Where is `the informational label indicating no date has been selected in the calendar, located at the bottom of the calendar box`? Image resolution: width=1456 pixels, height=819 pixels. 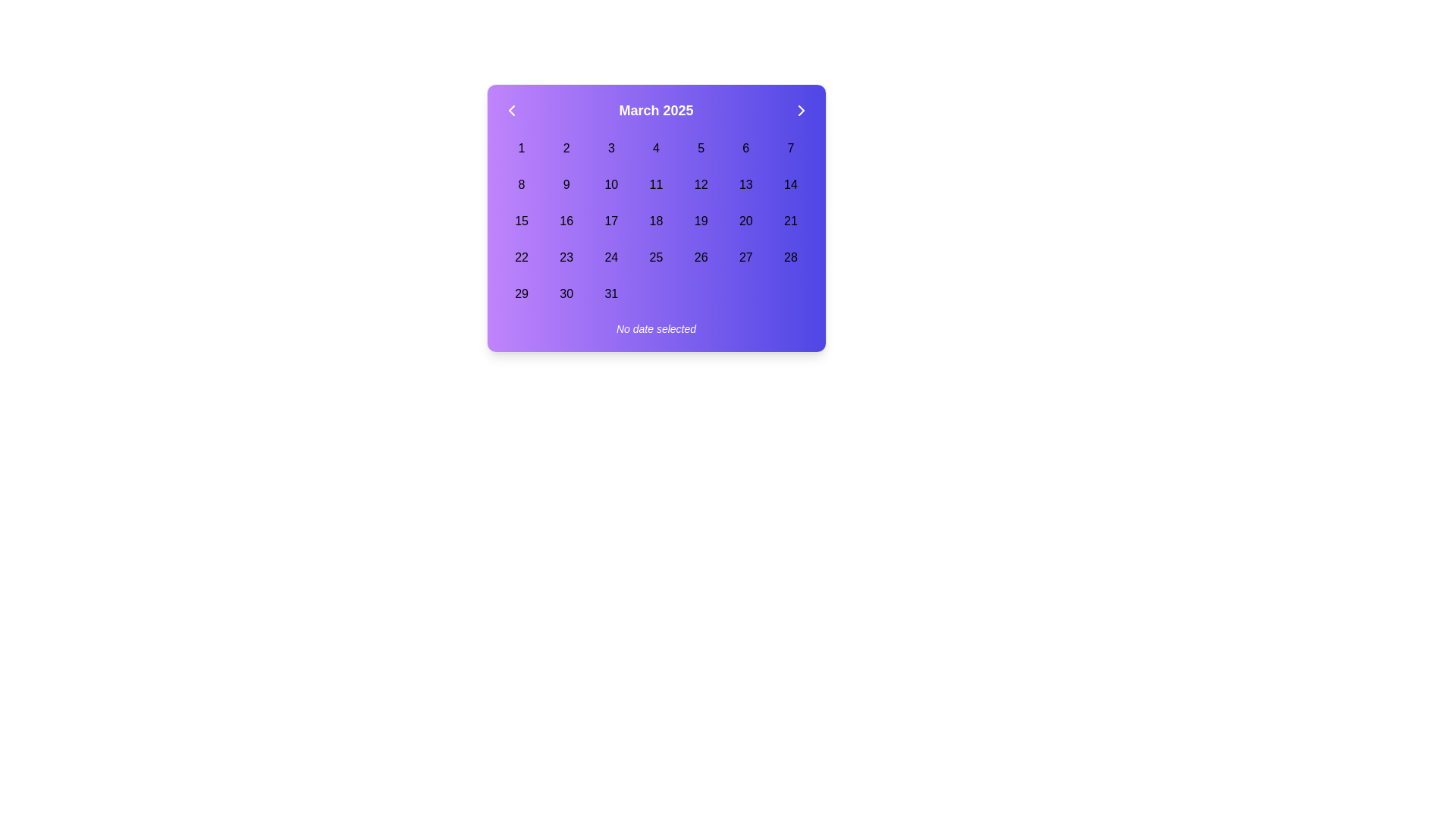
the informational label indicating no date has been selected in the calendar, located at the bottom of the calendar box is located at coordinates (656, 328).